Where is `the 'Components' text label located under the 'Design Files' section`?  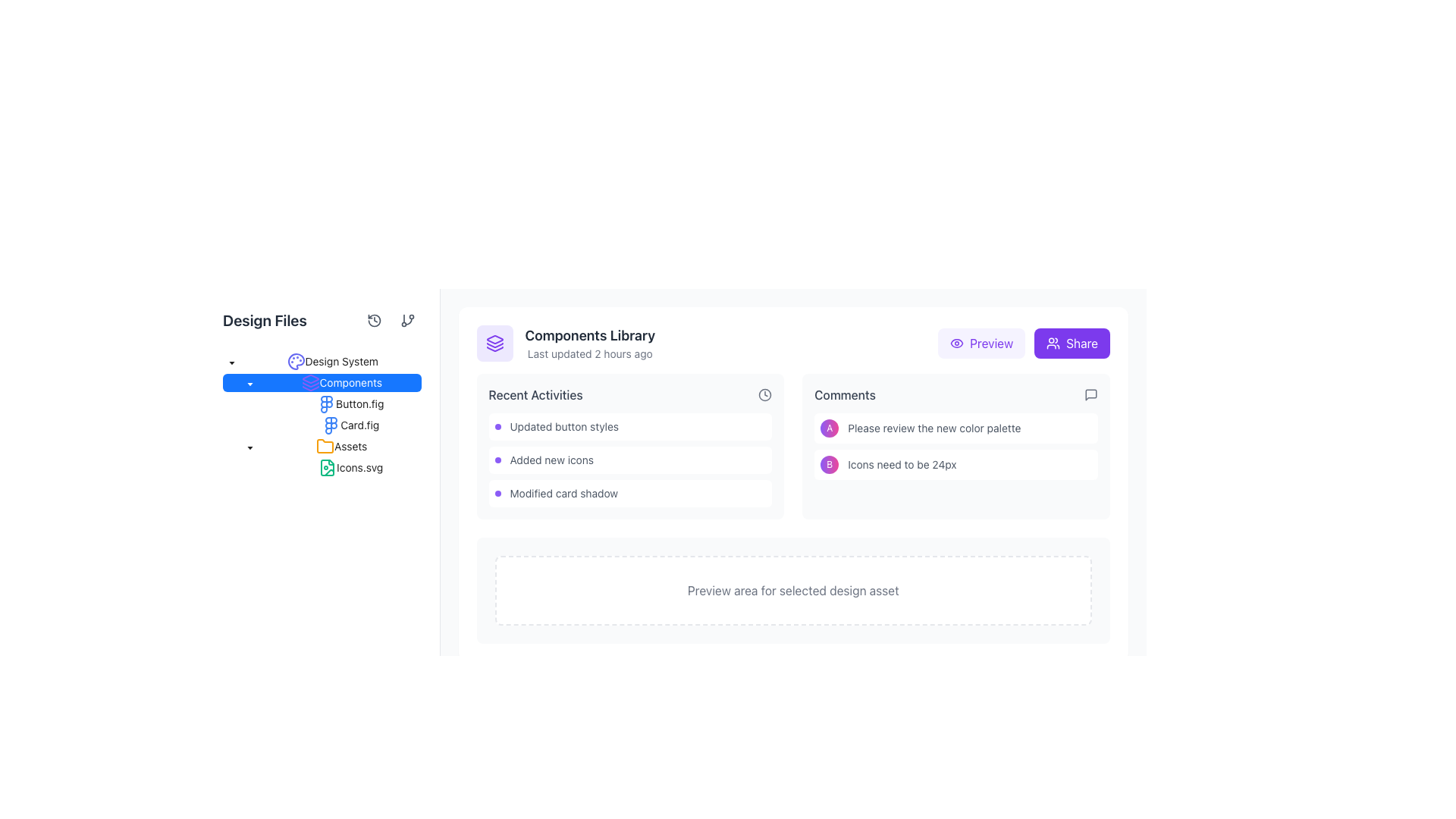 the 'Components' text label located under the 'Design Files' section is located at coordinates (350, 381).